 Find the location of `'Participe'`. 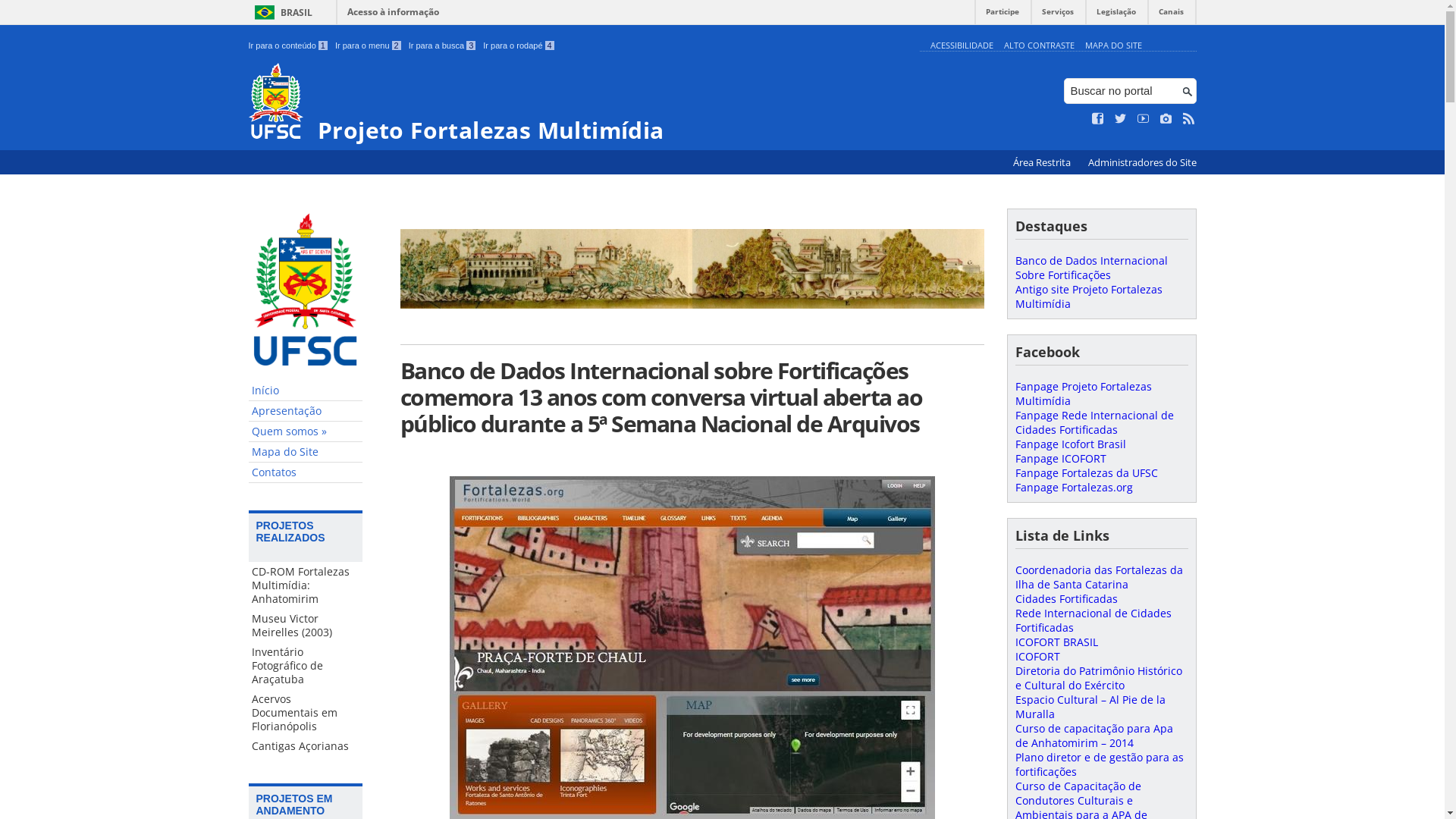

'Participe' is located at coordinates (1002, 15).